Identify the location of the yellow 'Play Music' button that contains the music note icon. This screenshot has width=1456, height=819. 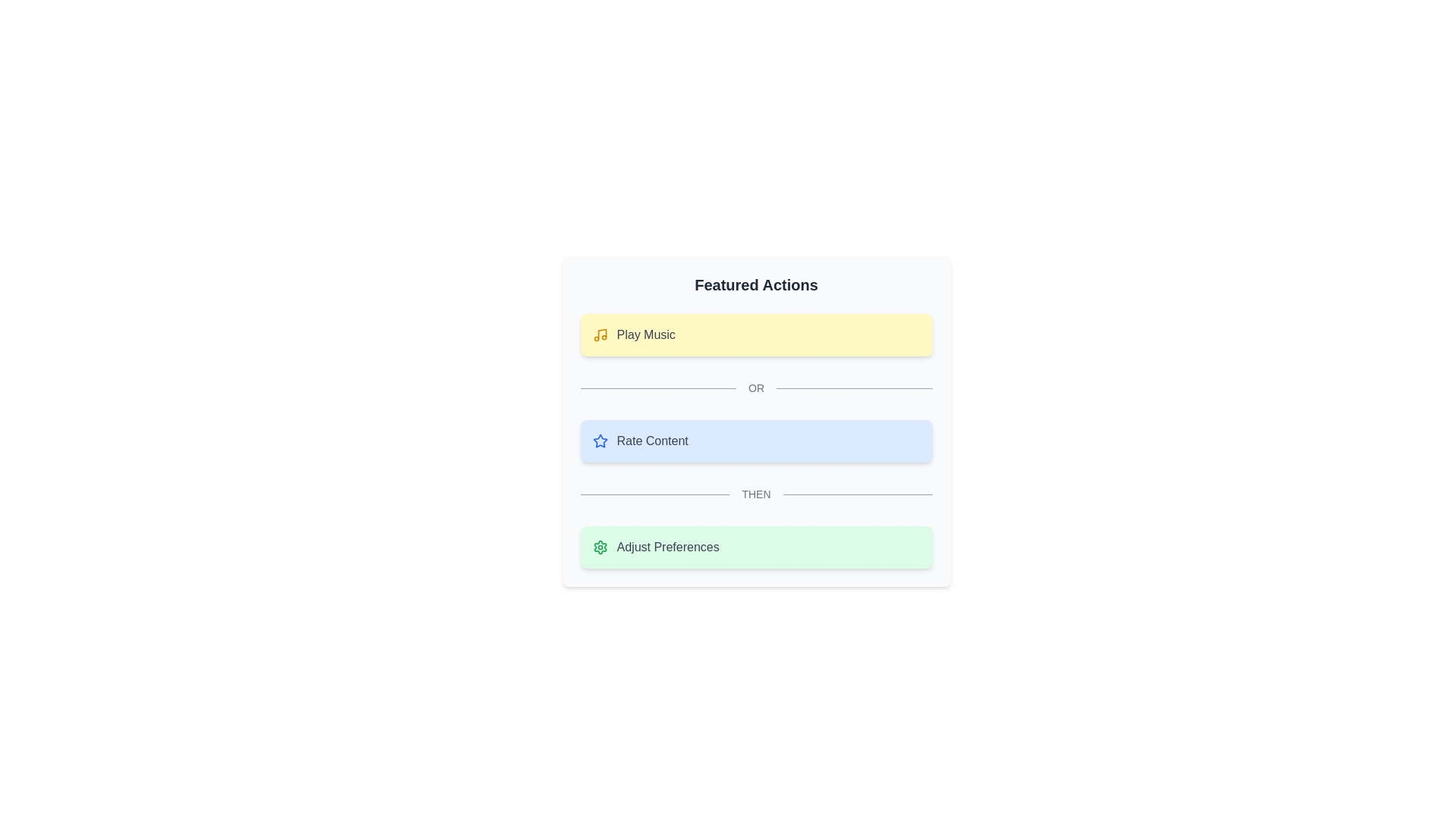
(599, 334).